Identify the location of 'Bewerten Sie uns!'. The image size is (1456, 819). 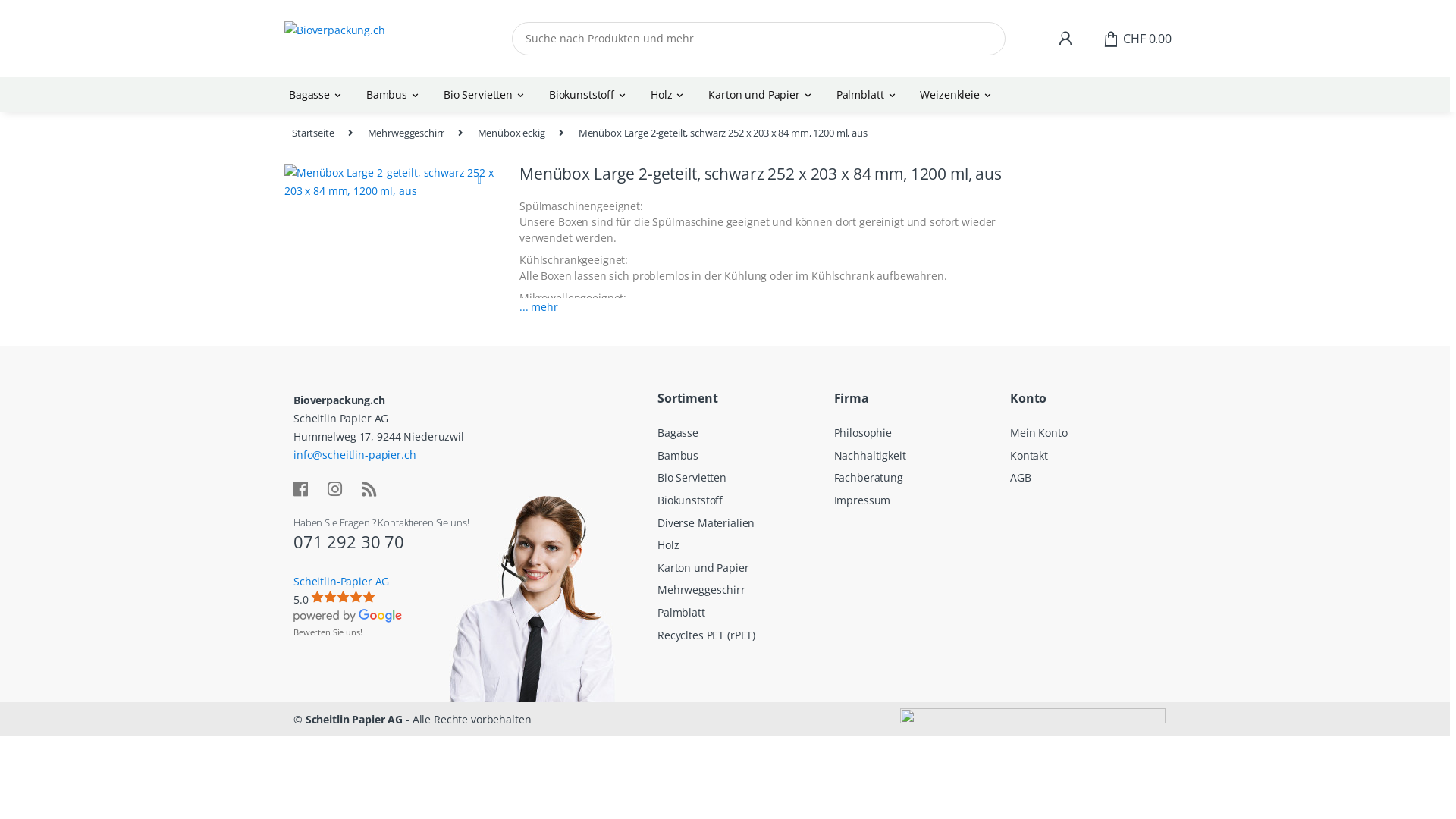
(327, 632).